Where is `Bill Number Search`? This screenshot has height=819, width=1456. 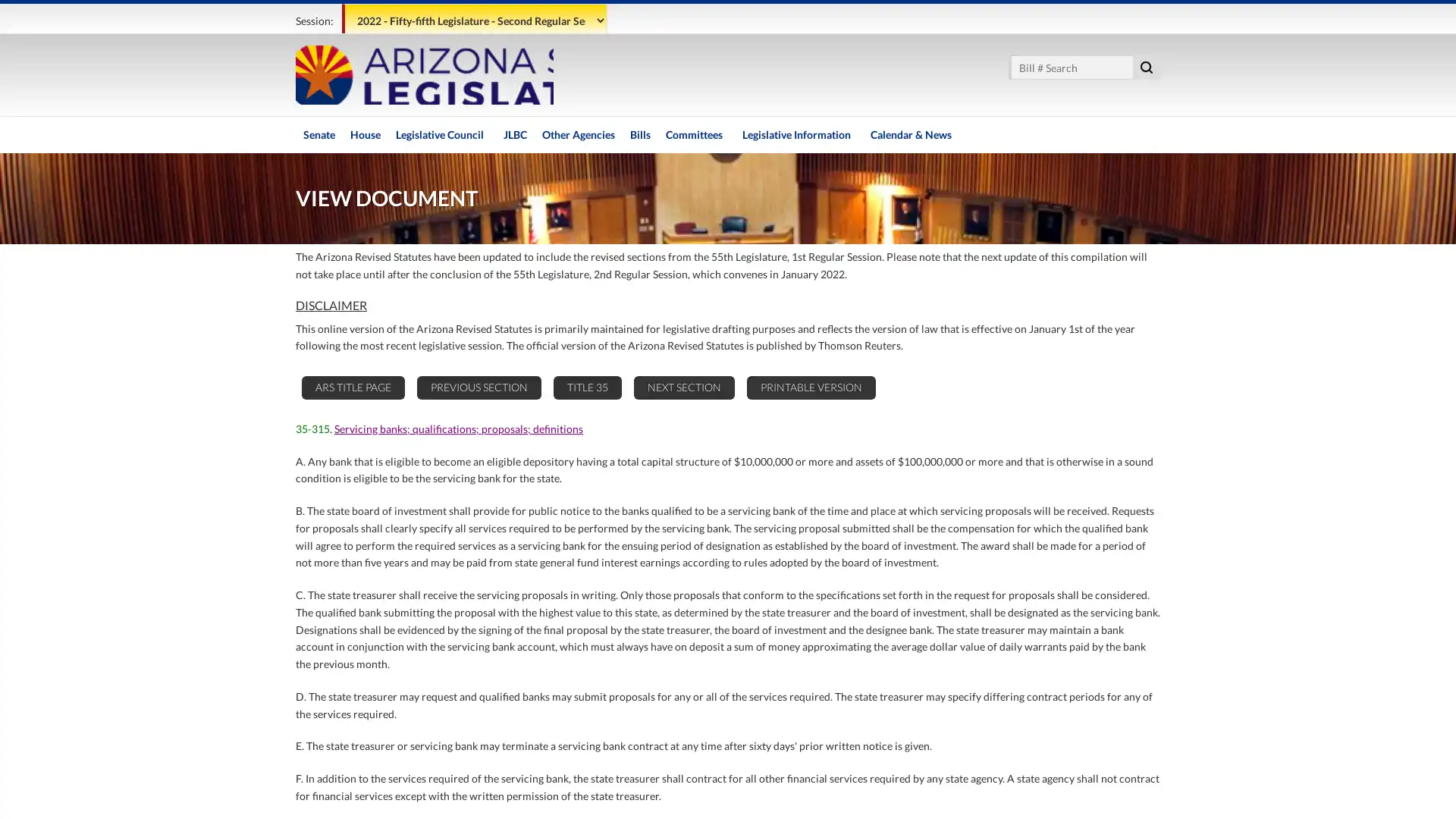
Bill Number Search is located at coordinates (1147, 66).